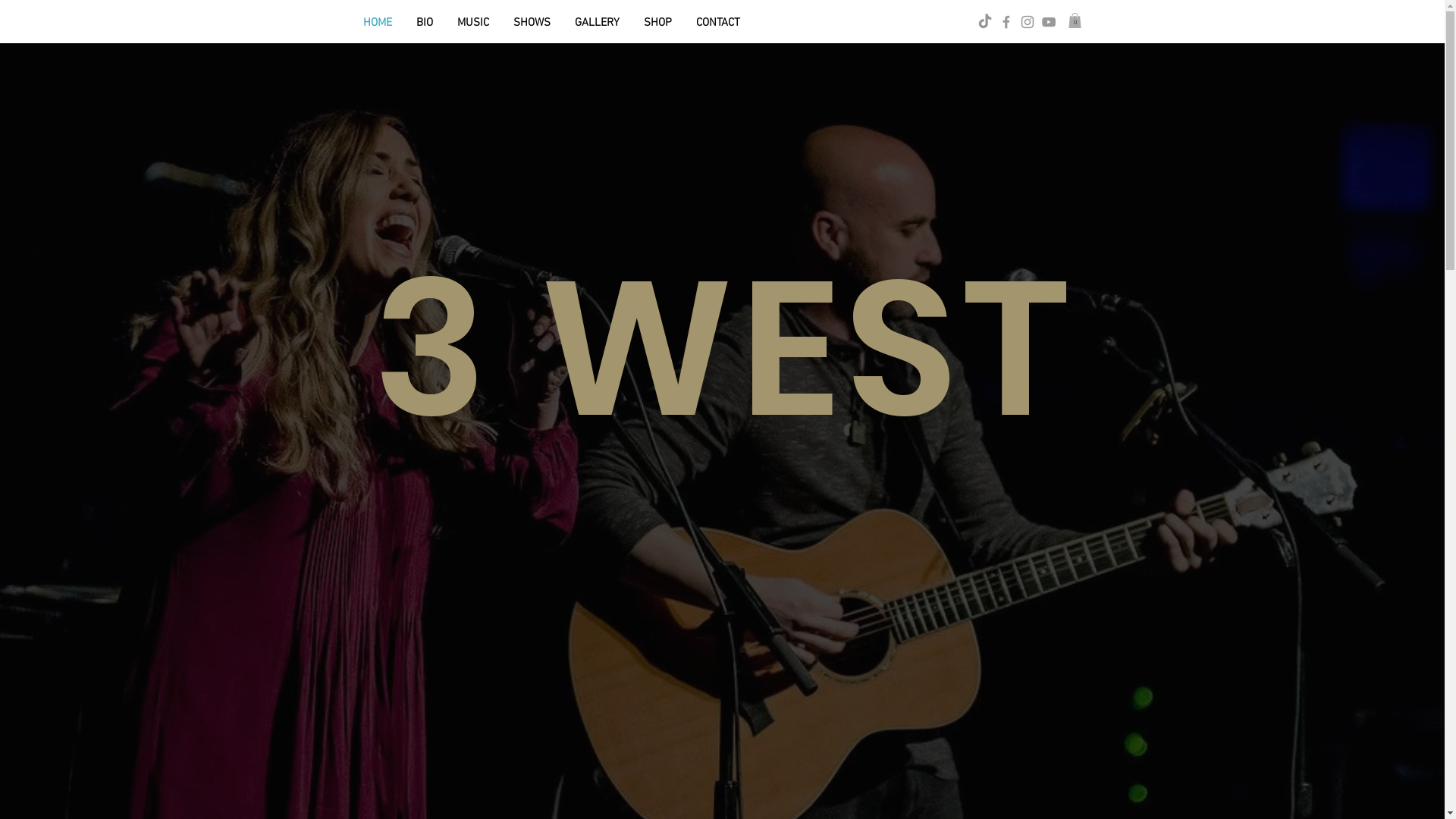  What do you see at coordinates (1073, 20) in the screenshot?
I see `'0'` at bounding box center [1073, 20].